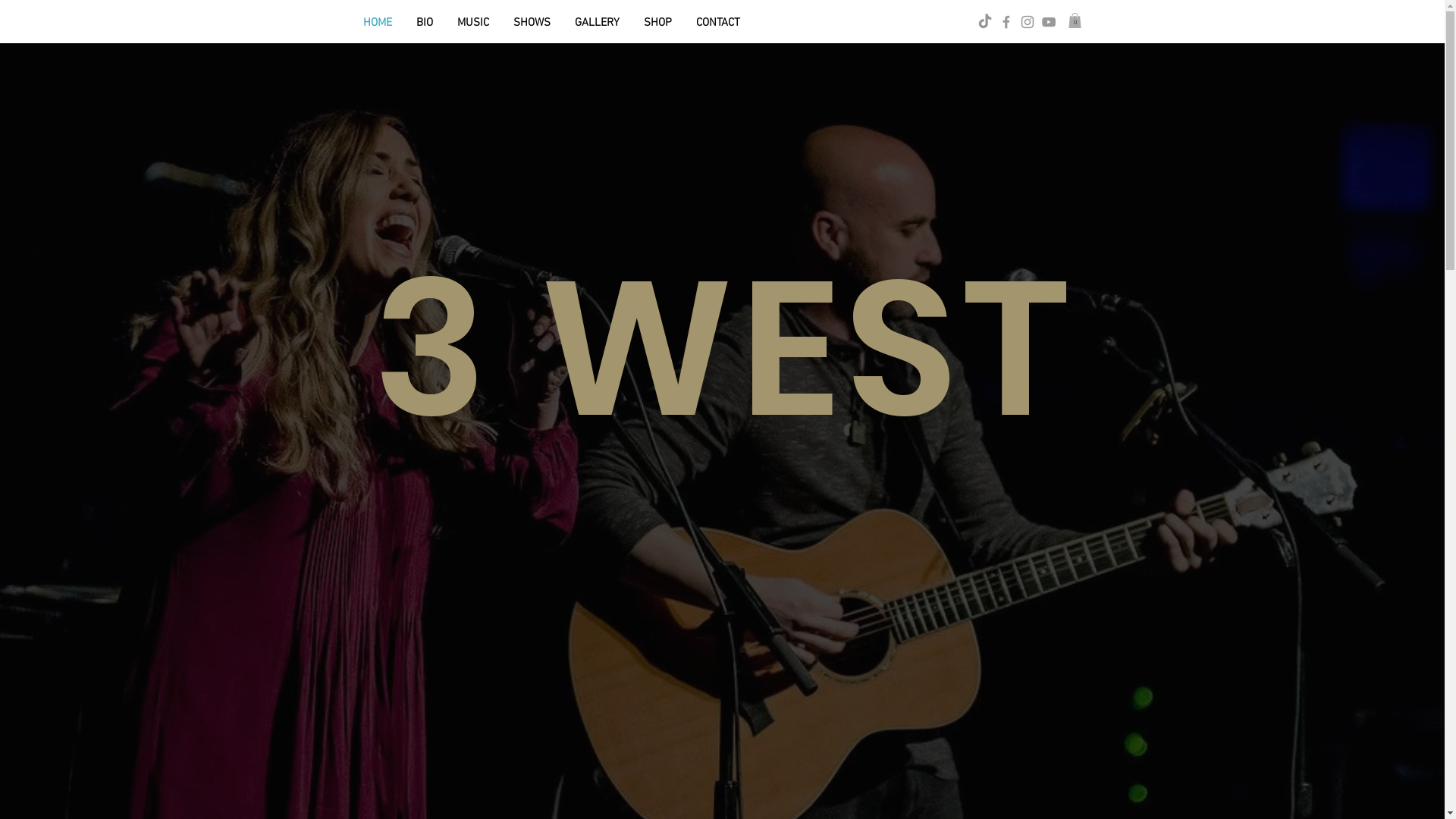  What do you see at coordinates (1073, 20) in the screenshot?
I see `'0'` at bounding box center [1073, 20].